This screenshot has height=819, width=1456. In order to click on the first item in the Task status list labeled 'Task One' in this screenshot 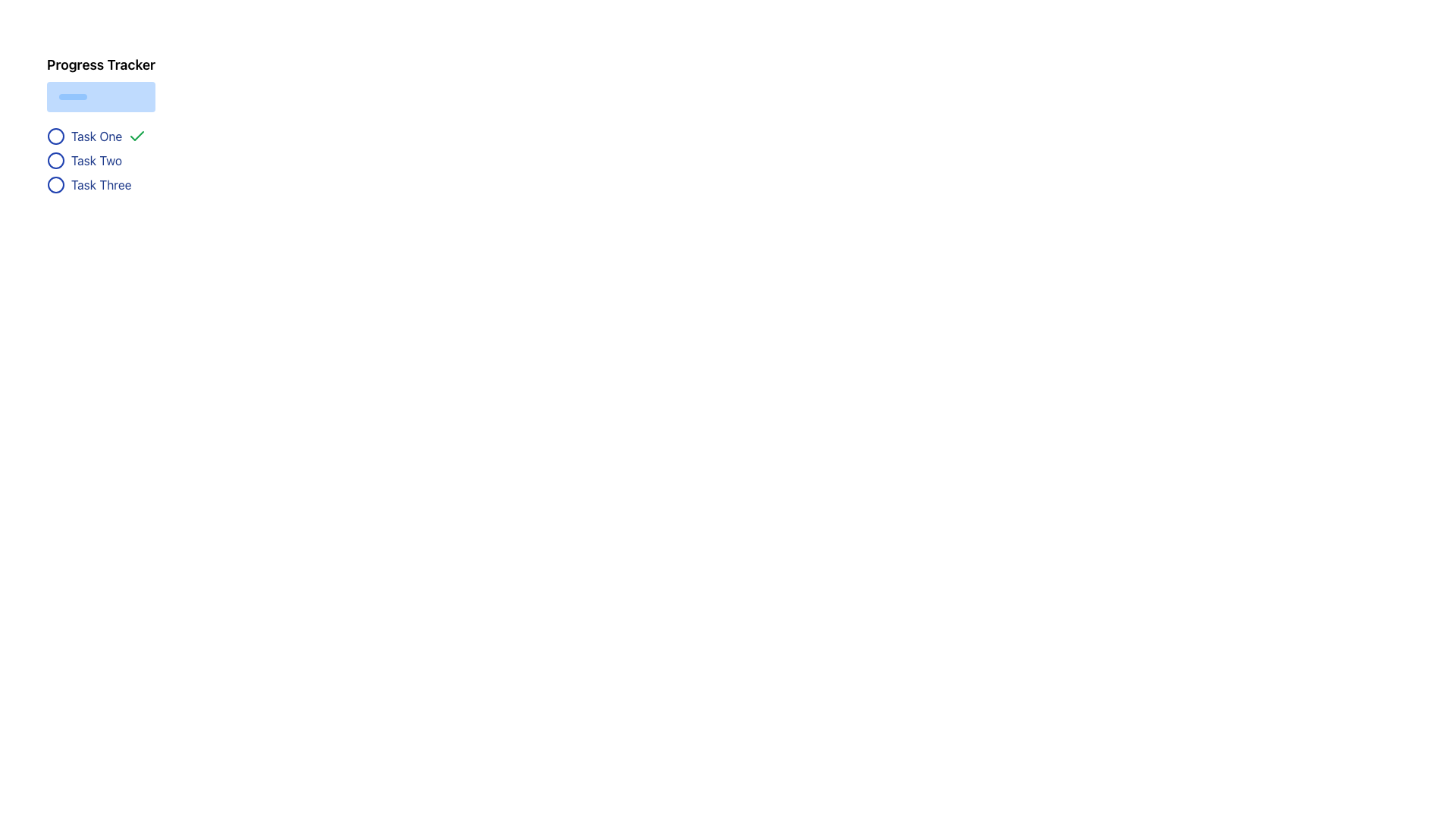, I will do `click(100, 136)`.